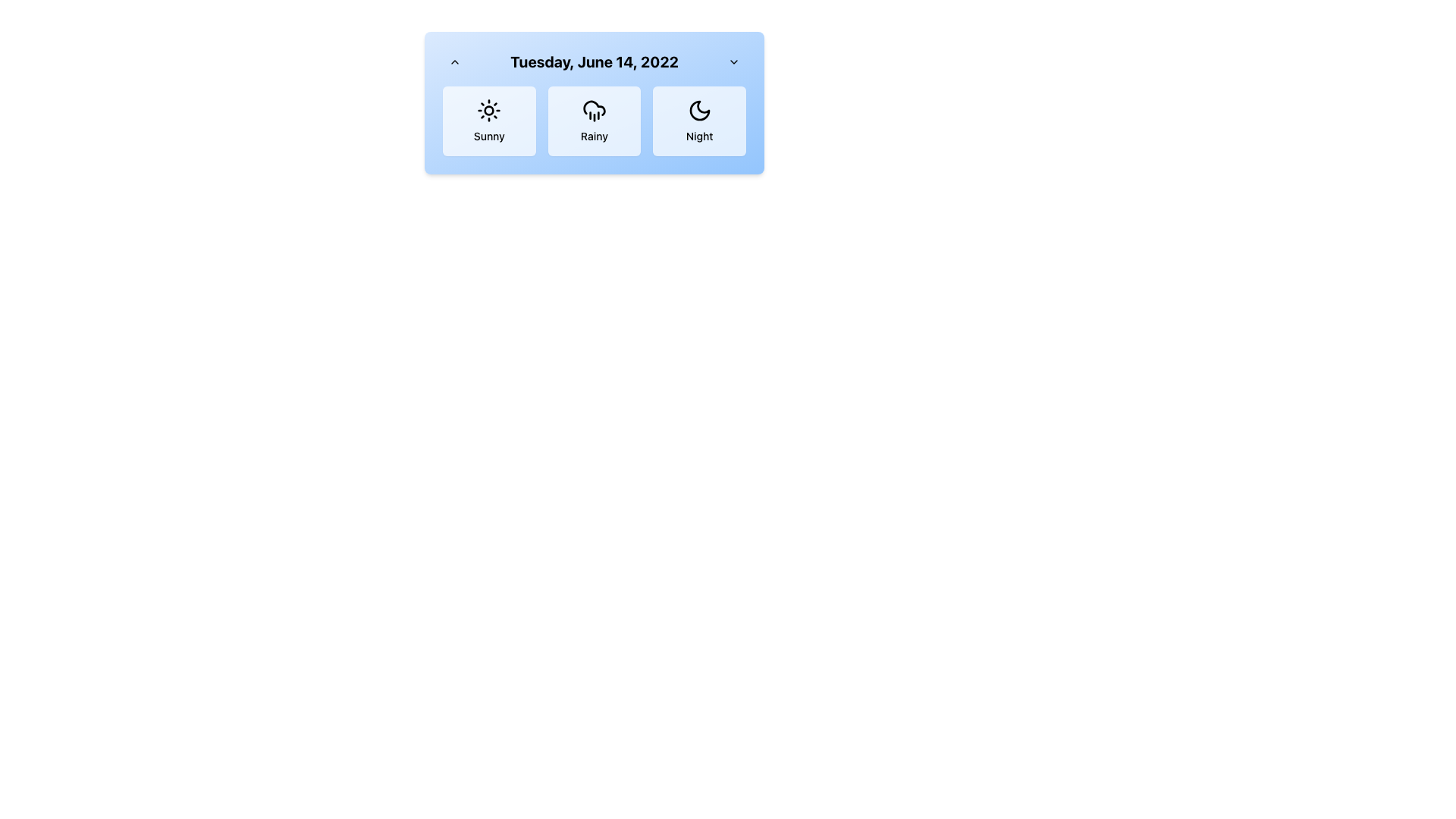 This screenshot has width=1456, height=819. Describe the element at coordinates (698, 120) in the screenshot. I see `the Option Card labeled 'Night'` at that location.